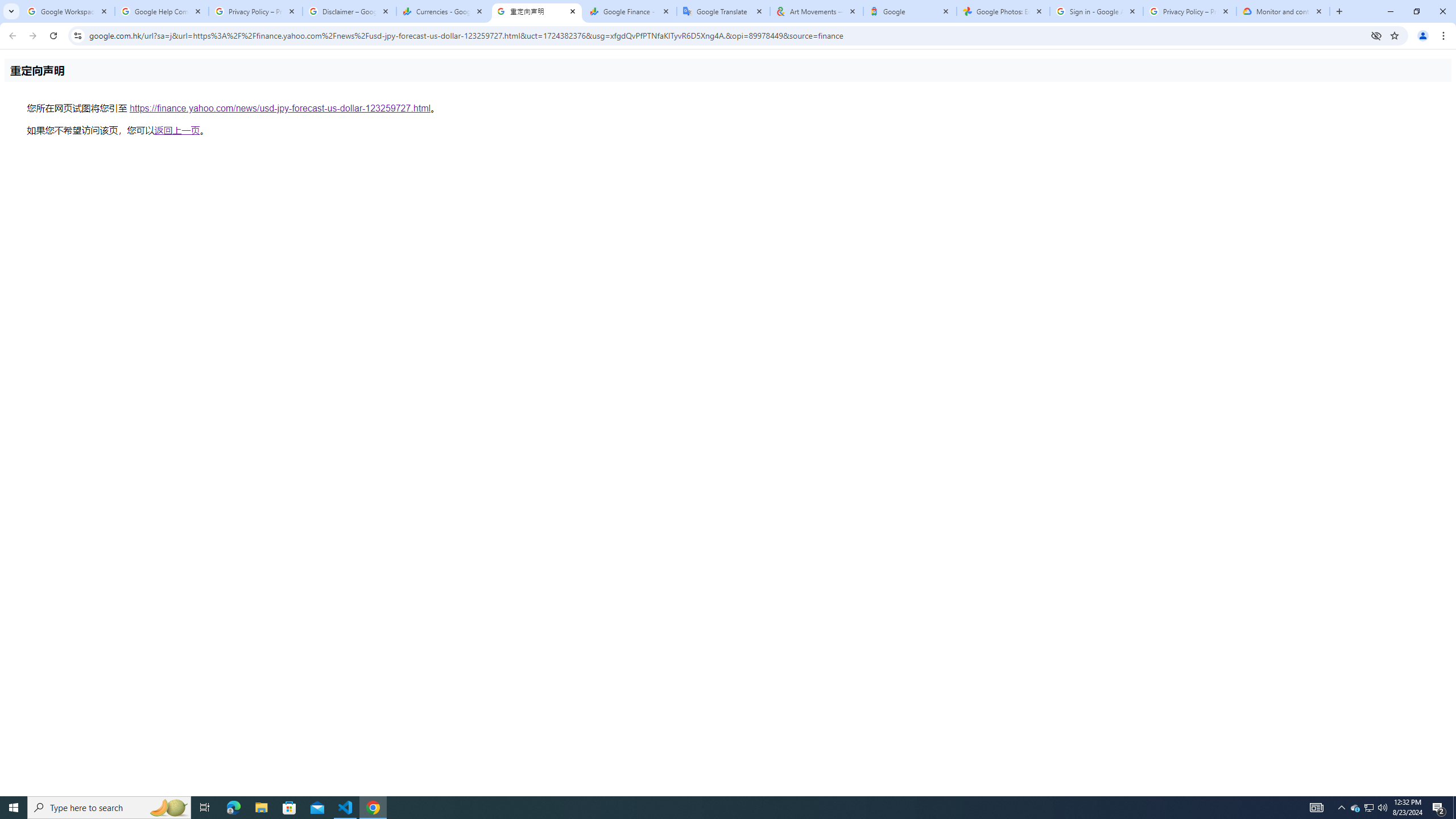 Image resolution: width=1456 pixels, height=819 pixels. I want to click on 'Google', so click(909, 11).